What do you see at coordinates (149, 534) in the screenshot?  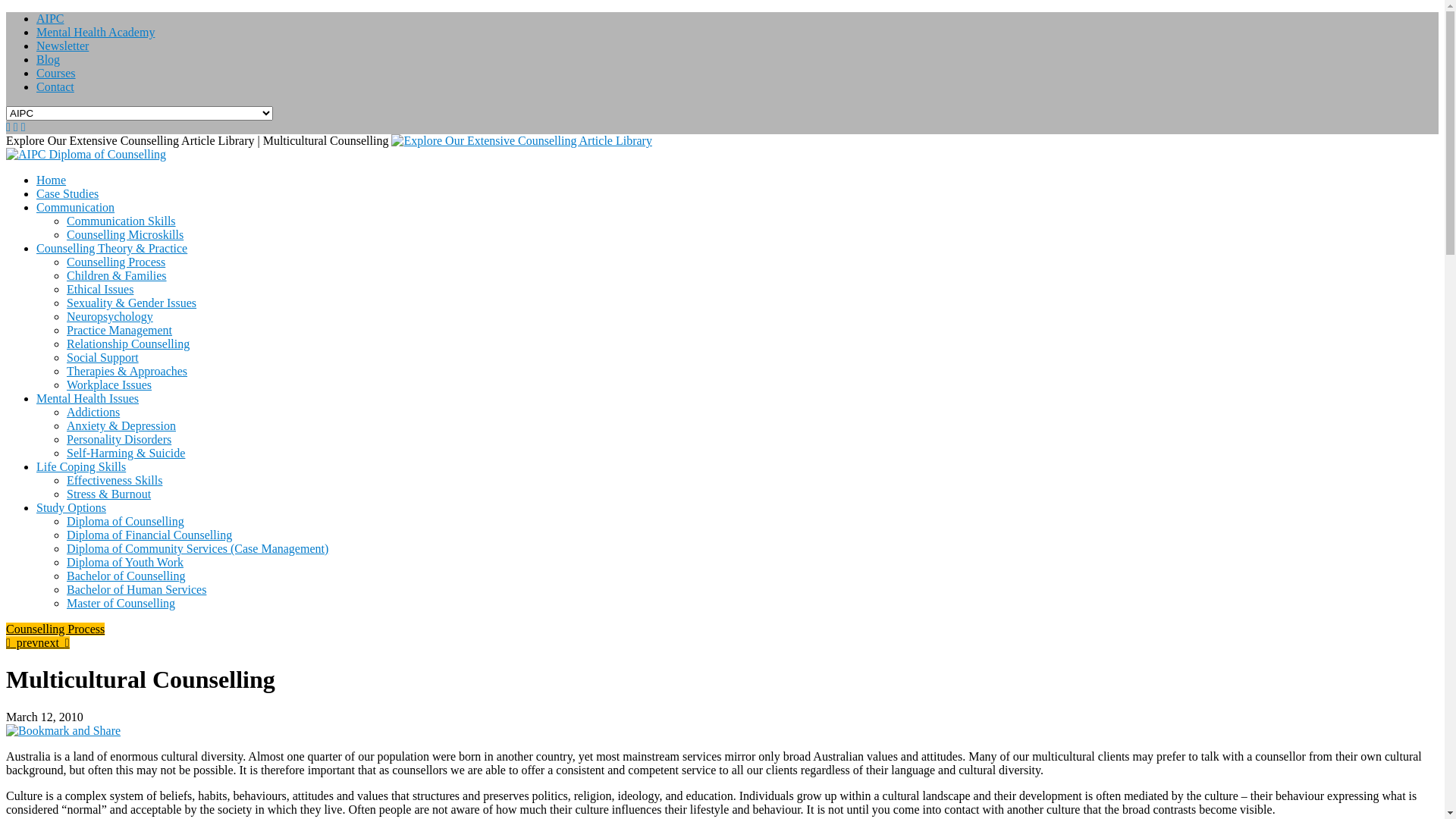 I see `'Diploma of Financial Counselling'` at bounding box center [149, 534].